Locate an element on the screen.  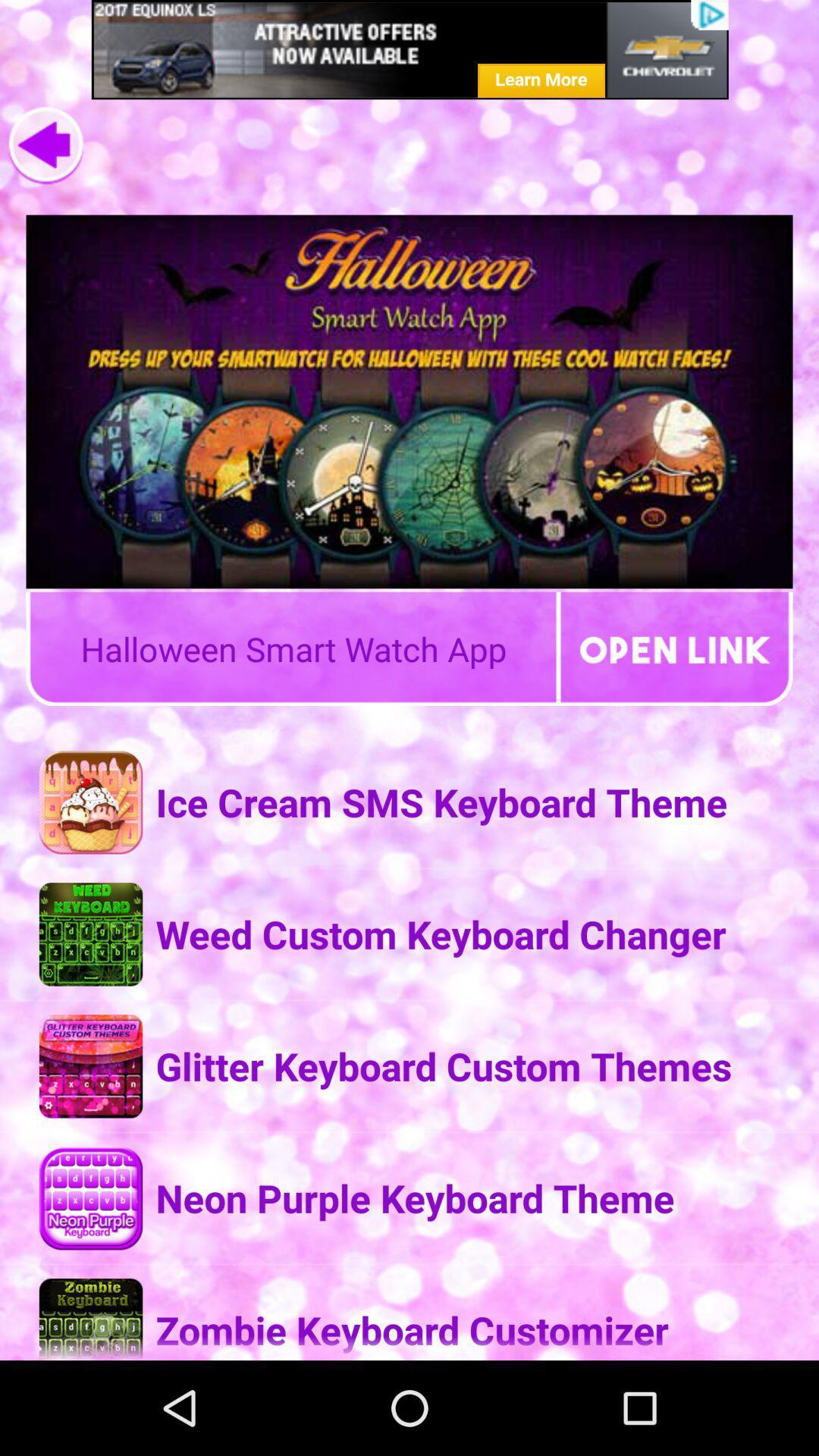
bock button is located at coordinates (45, 146).